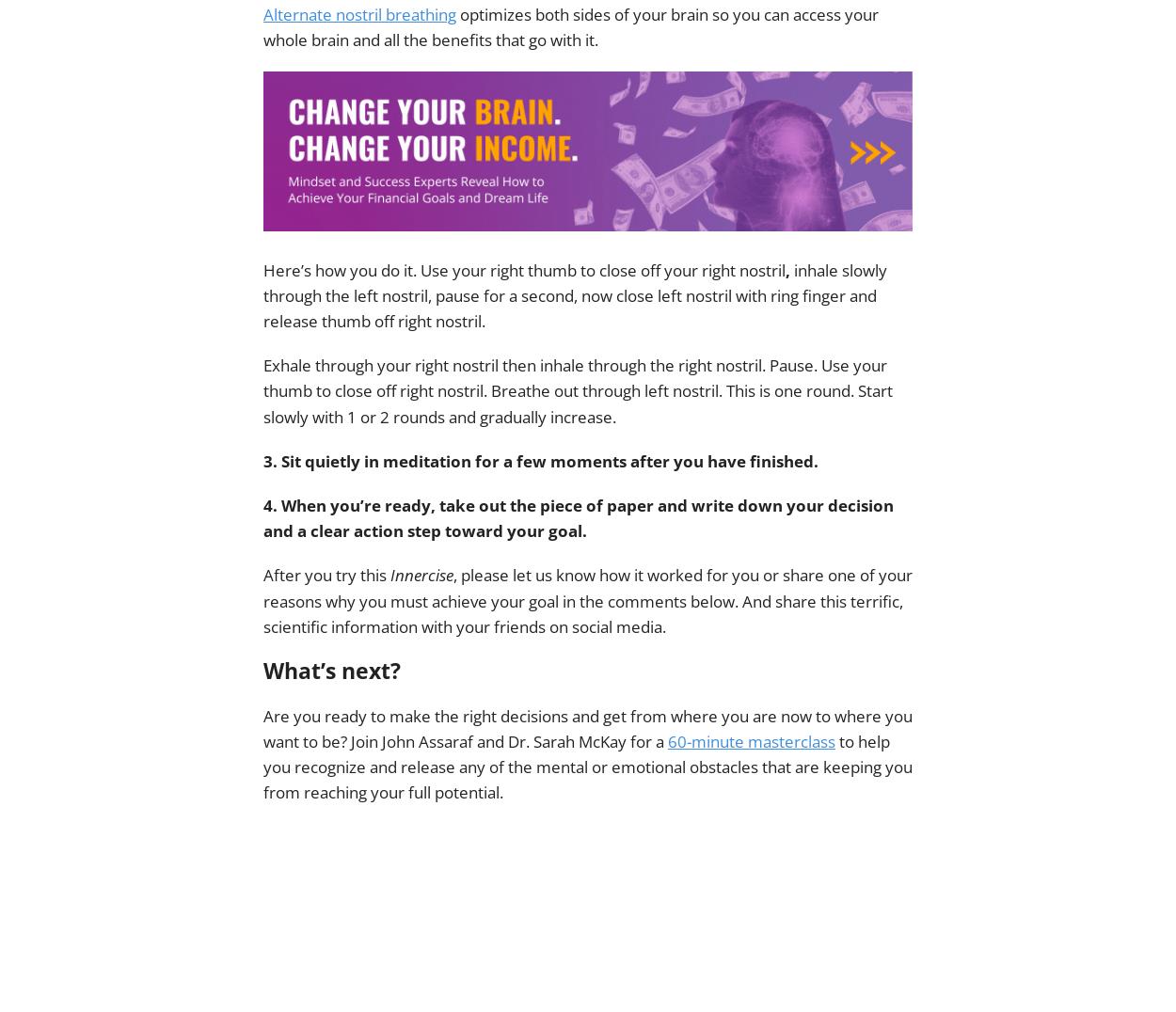 The width and height of the screenshot is (1176, 1012). I want to click on 'Here’s how you do it. Use your right thumb to close off your right nostril', so click(524, 268).